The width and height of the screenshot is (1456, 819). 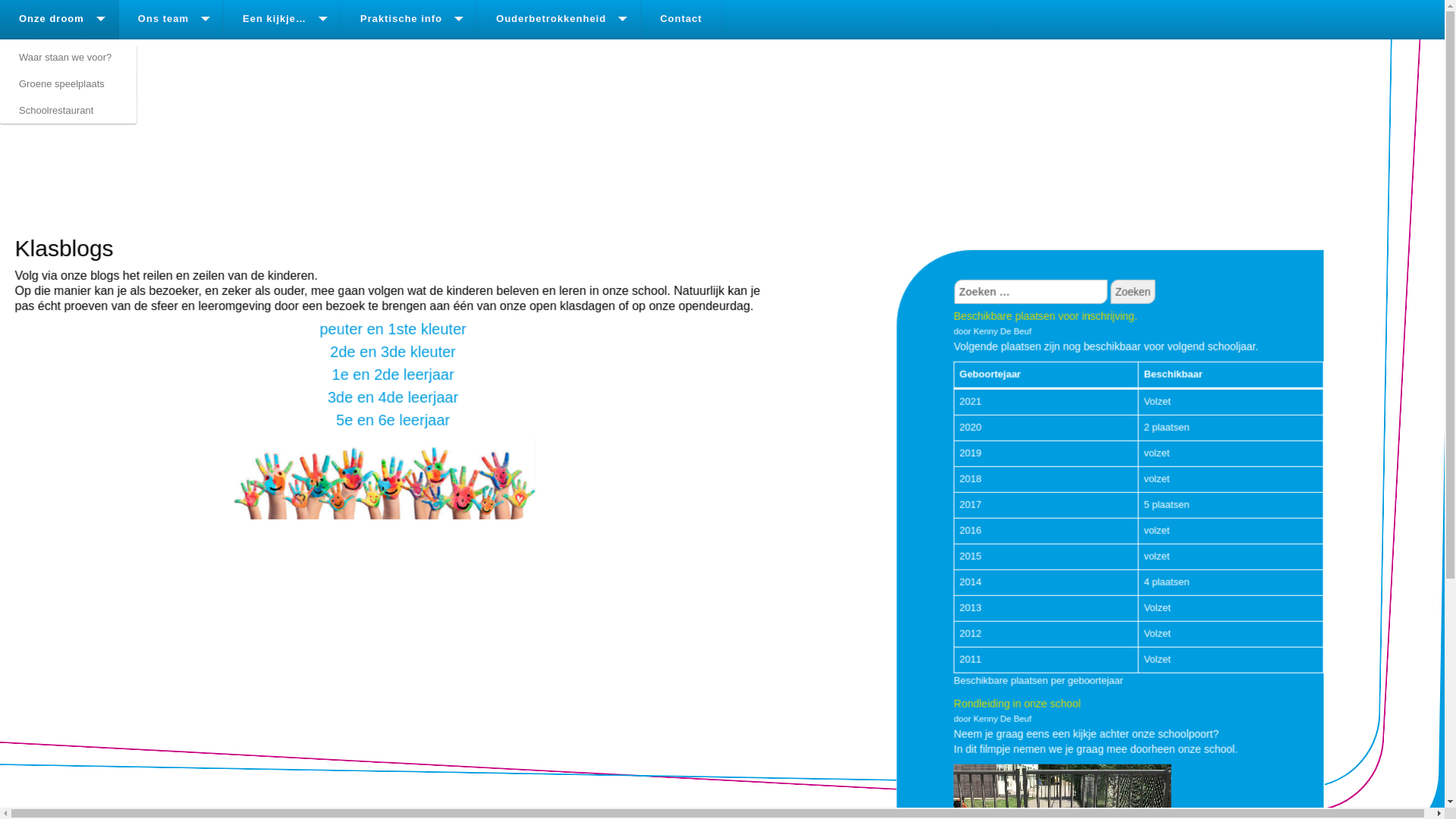 I want to click on 'Praktische info', so click(x=340, y=20).